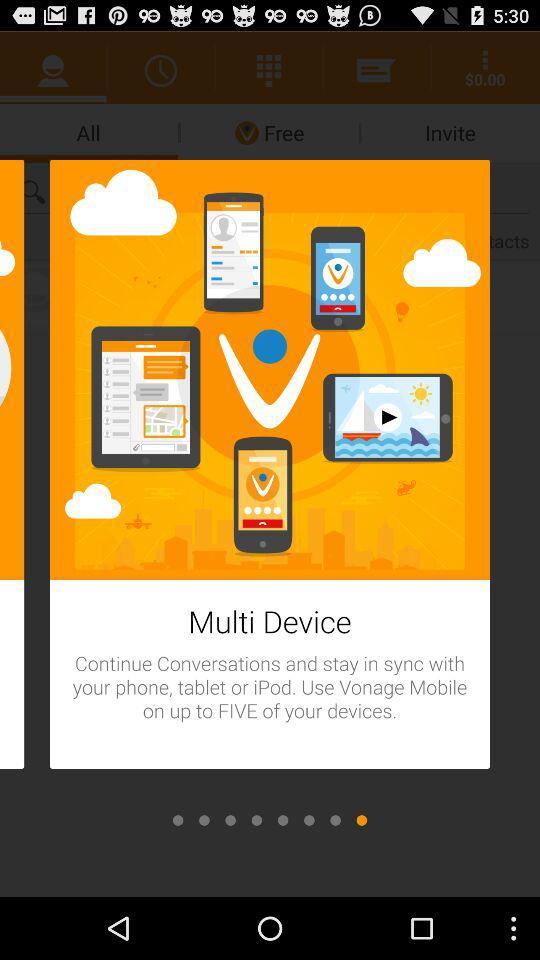  What do you see at coordinates (309, 820) in the screenshot?
I see `anotherpage` at bounding box center [309, 820].